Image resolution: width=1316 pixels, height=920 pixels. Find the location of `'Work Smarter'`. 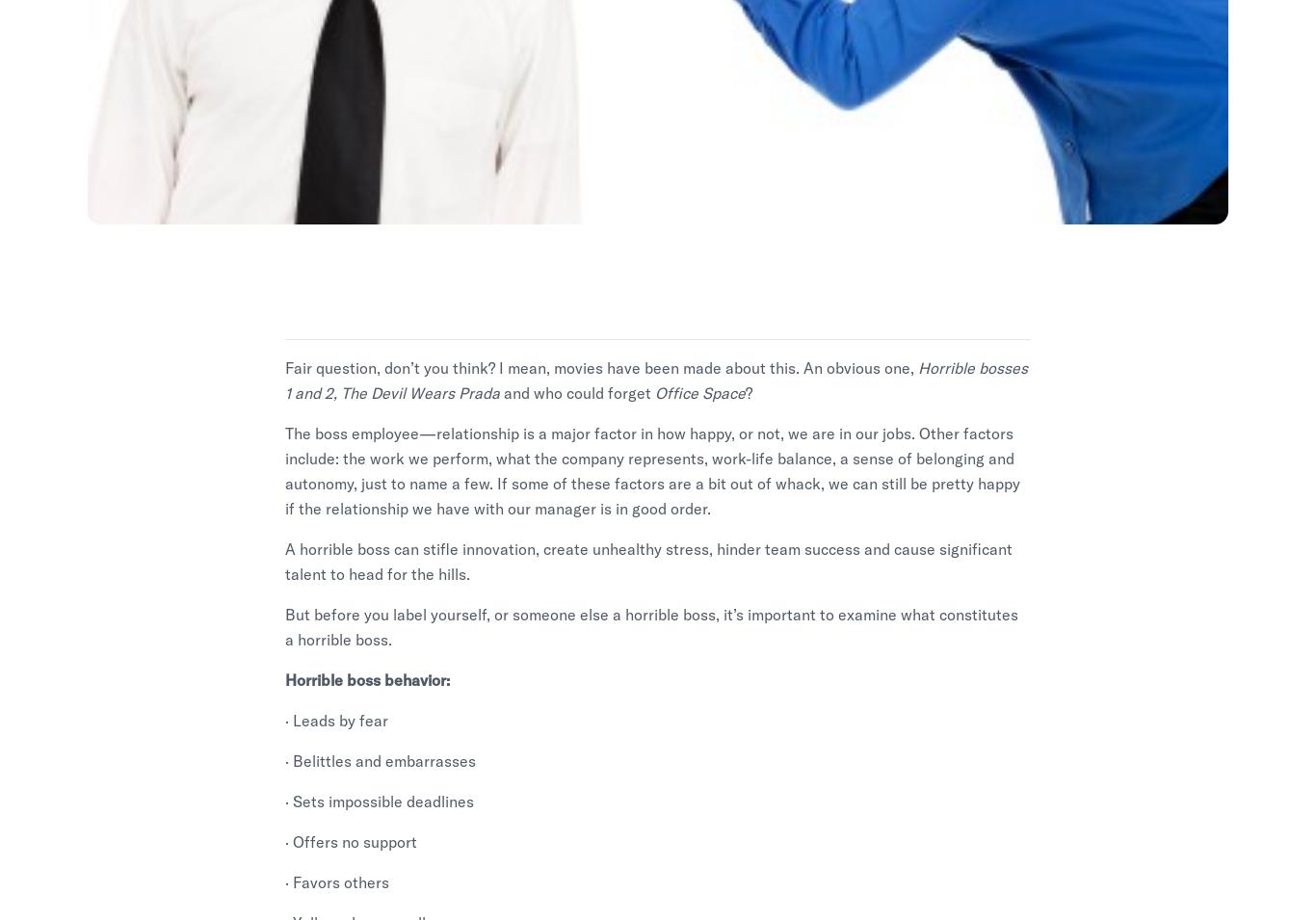

'Work Smarter' is located at coordinates (535, 27).